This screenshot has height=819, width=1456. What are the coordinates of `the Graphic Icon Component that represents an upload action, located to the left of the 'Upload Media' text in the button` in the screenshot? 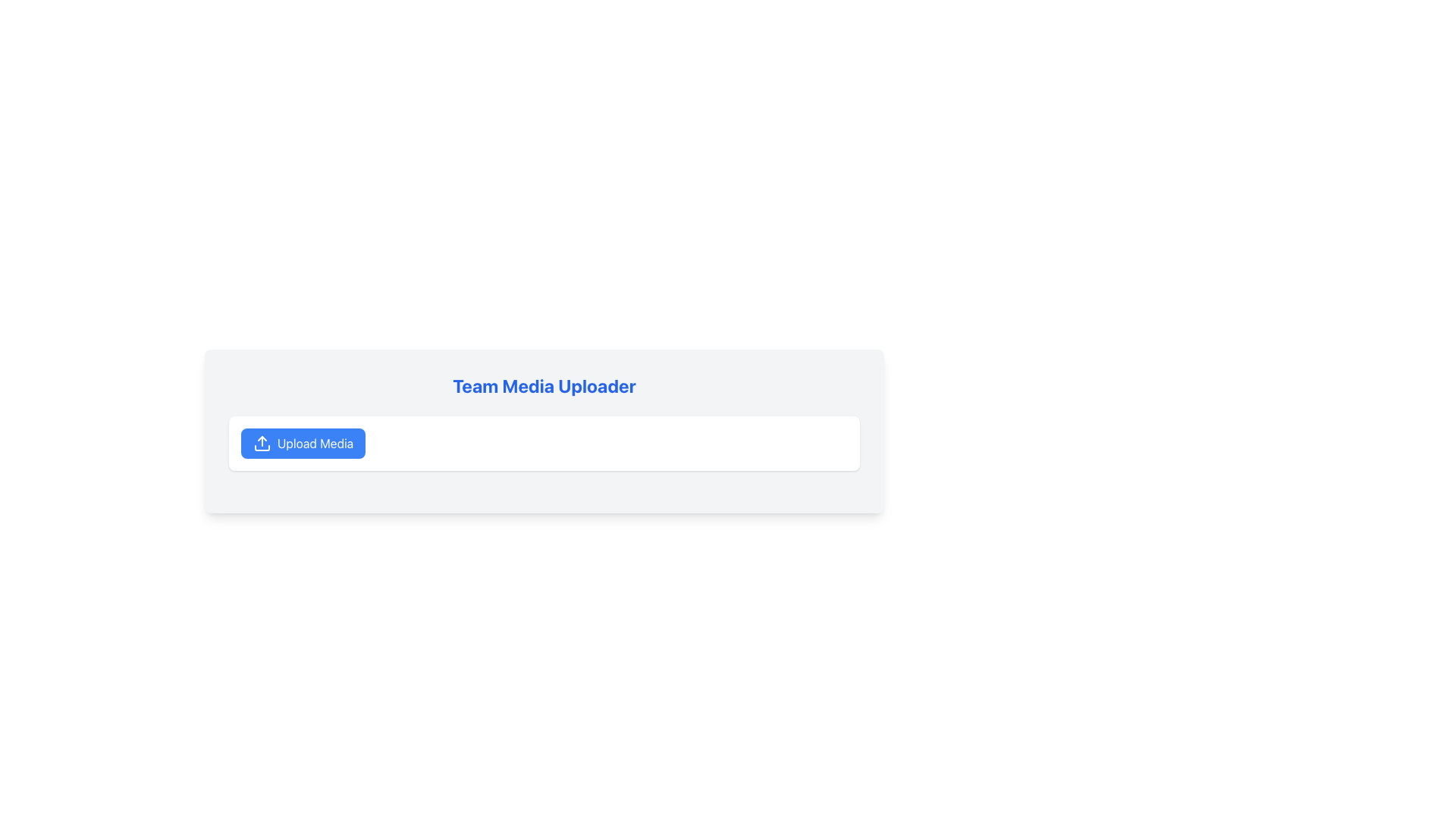 It's located at (262, 447).